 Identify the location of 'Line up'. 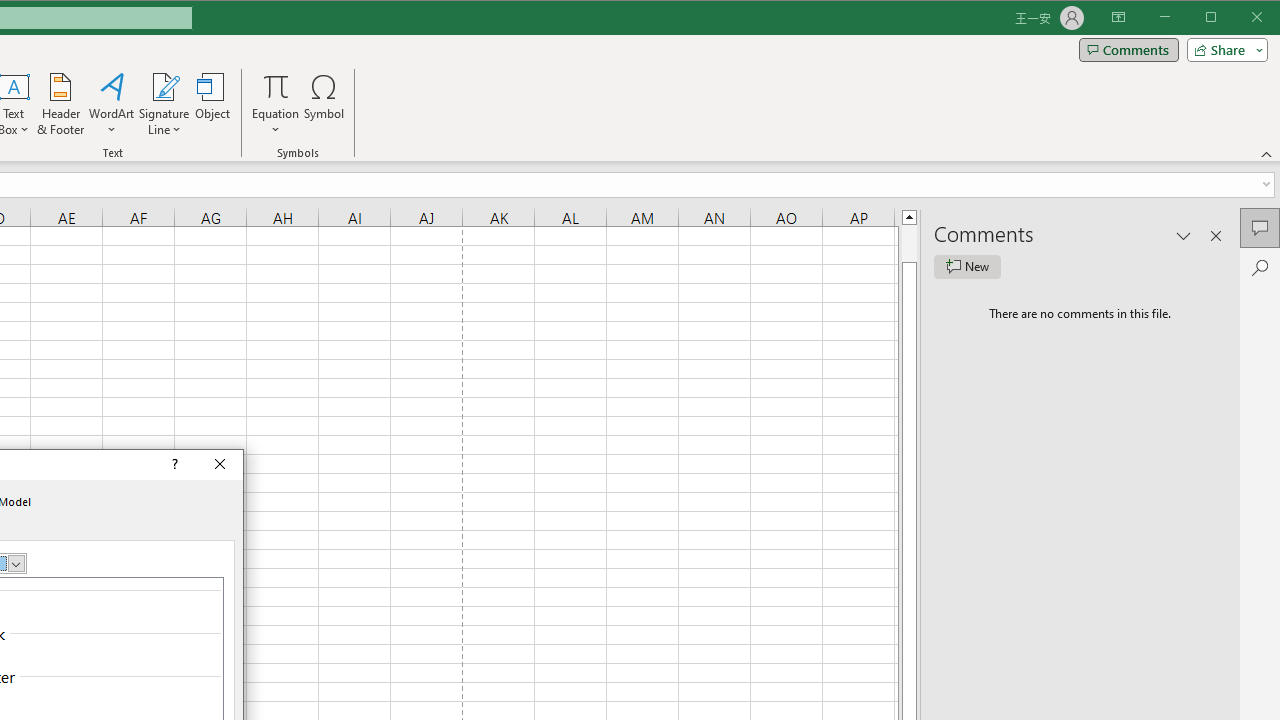
(908, 216).